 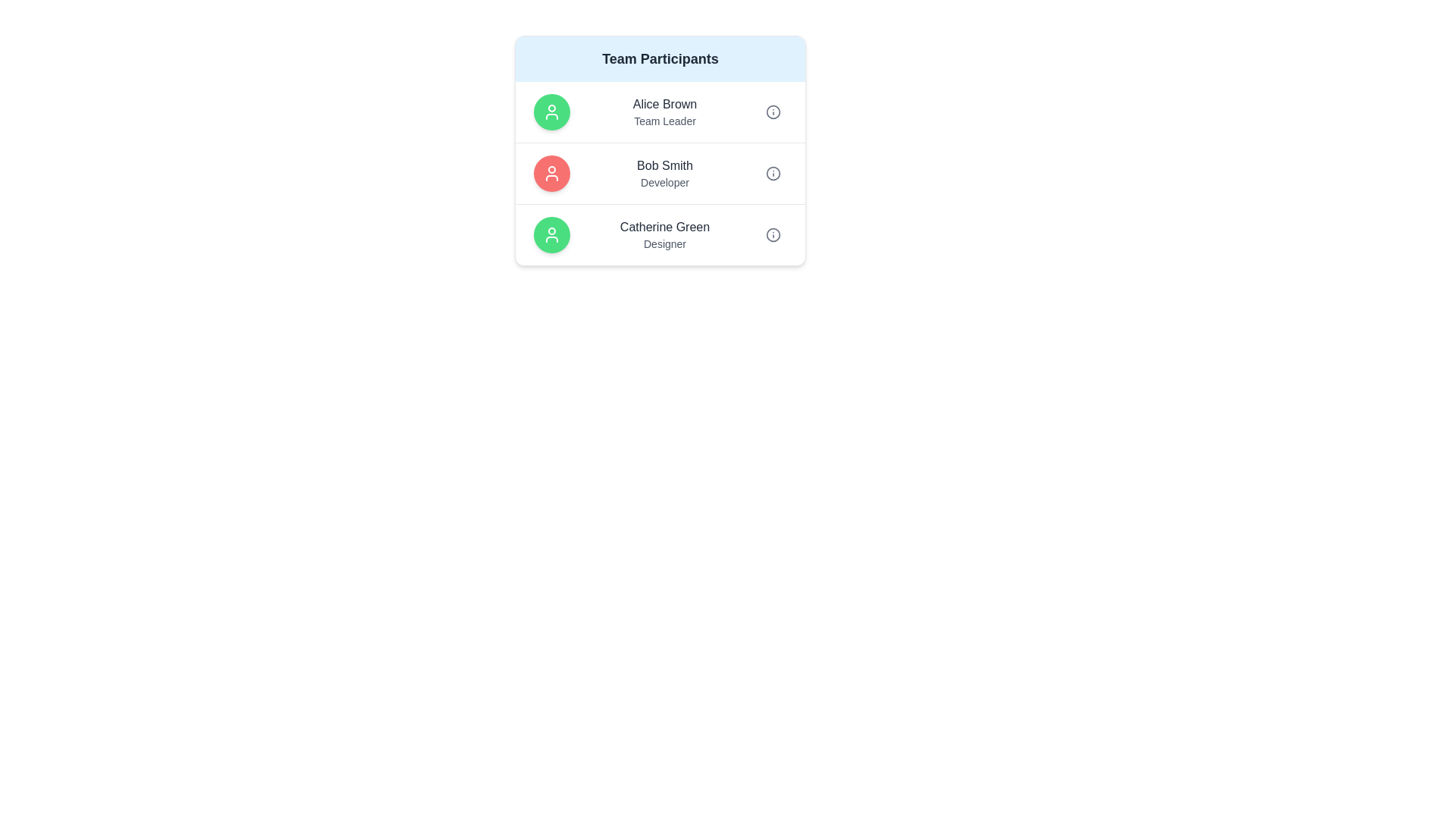 What do you see at coordinates (665, 166) in the screenshot?
I see `the Text Label that displays the name of the individual associated with the list entry in the team participant list` at bounding box center [665, 166].